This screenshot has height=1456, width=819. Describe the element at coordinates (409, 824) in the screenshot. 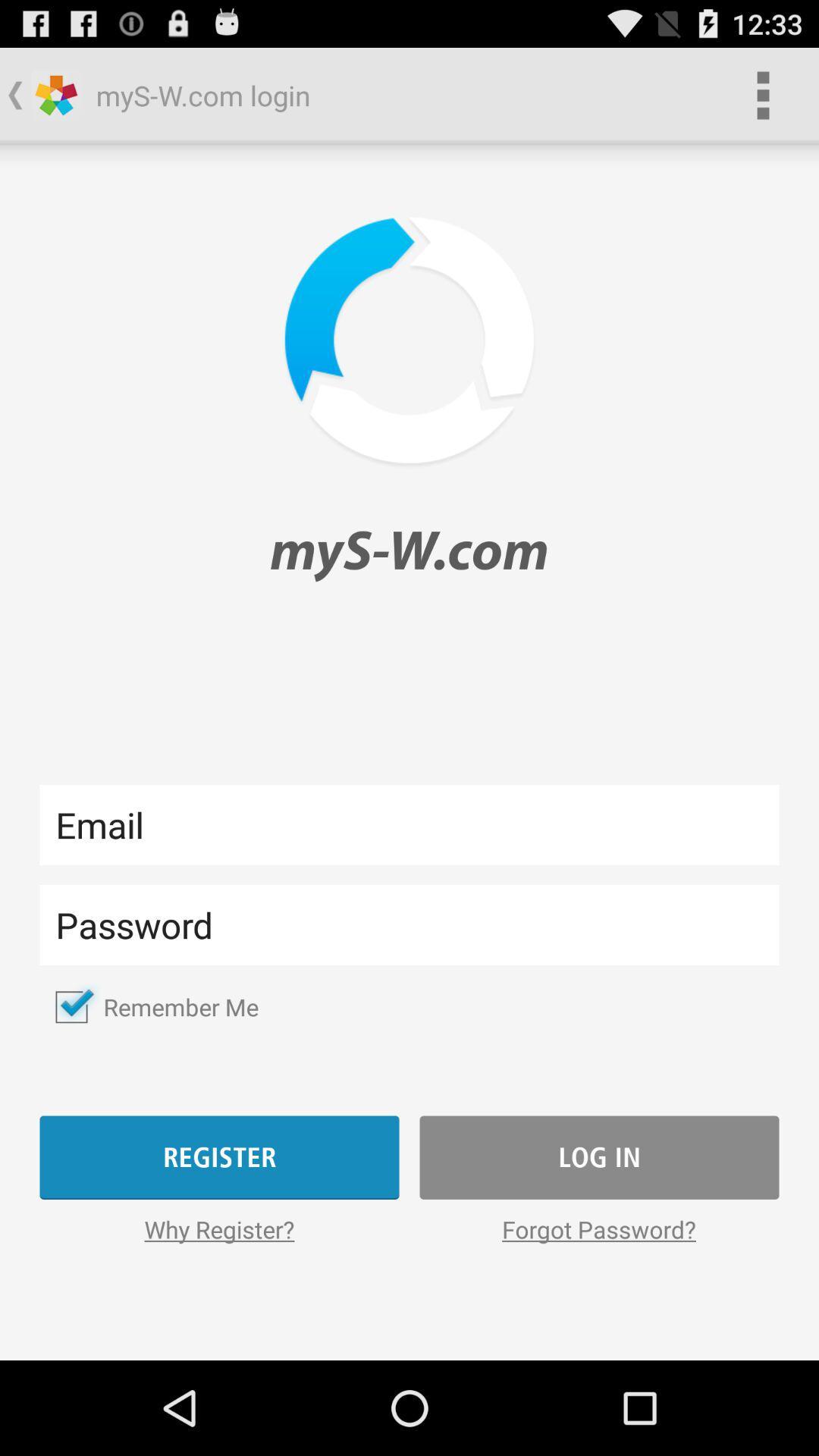

I see `type email` at that location.